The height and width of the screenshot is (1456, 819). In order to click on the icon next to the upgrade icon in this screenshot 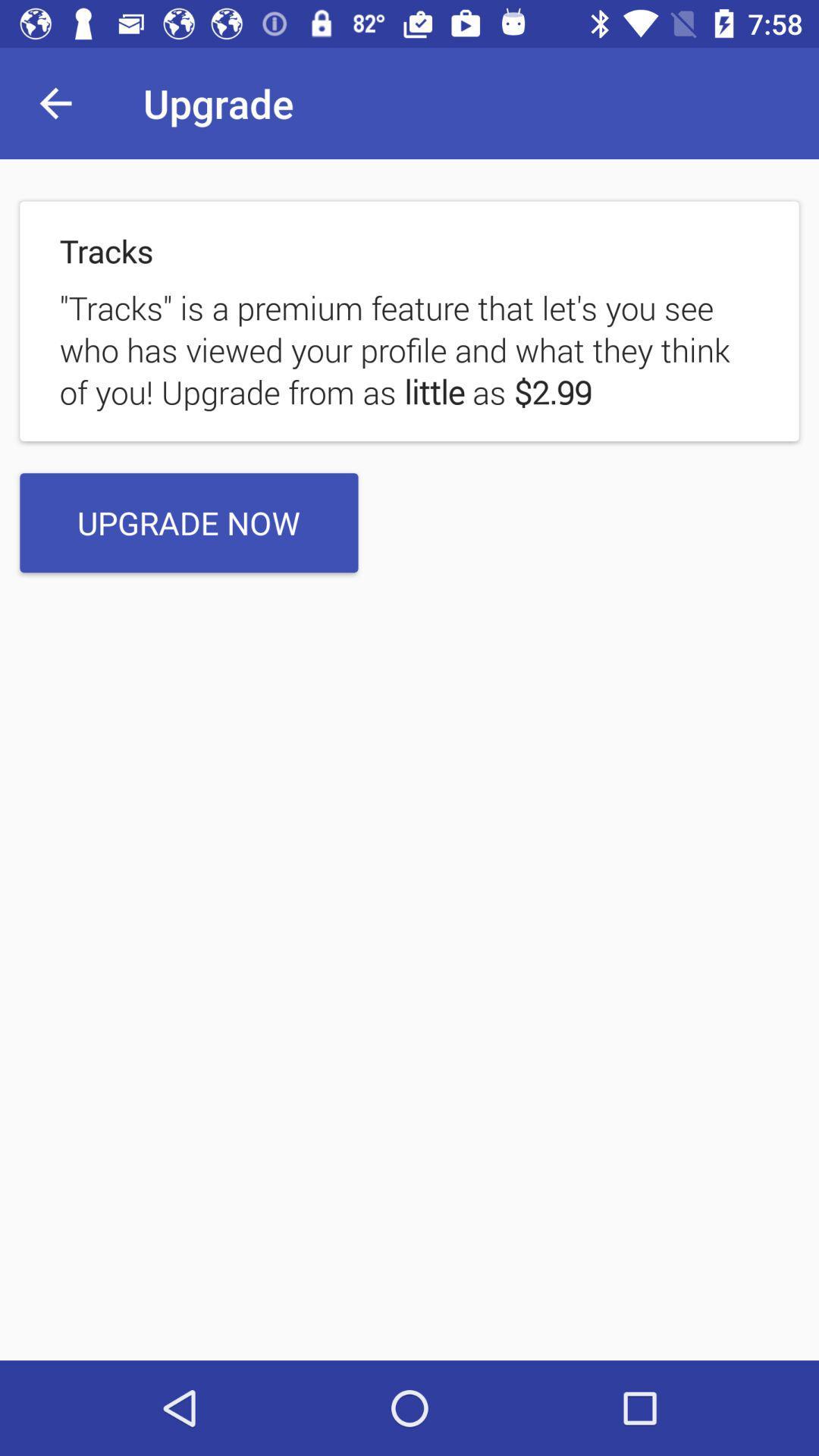, I will do `click(55, 102)`.